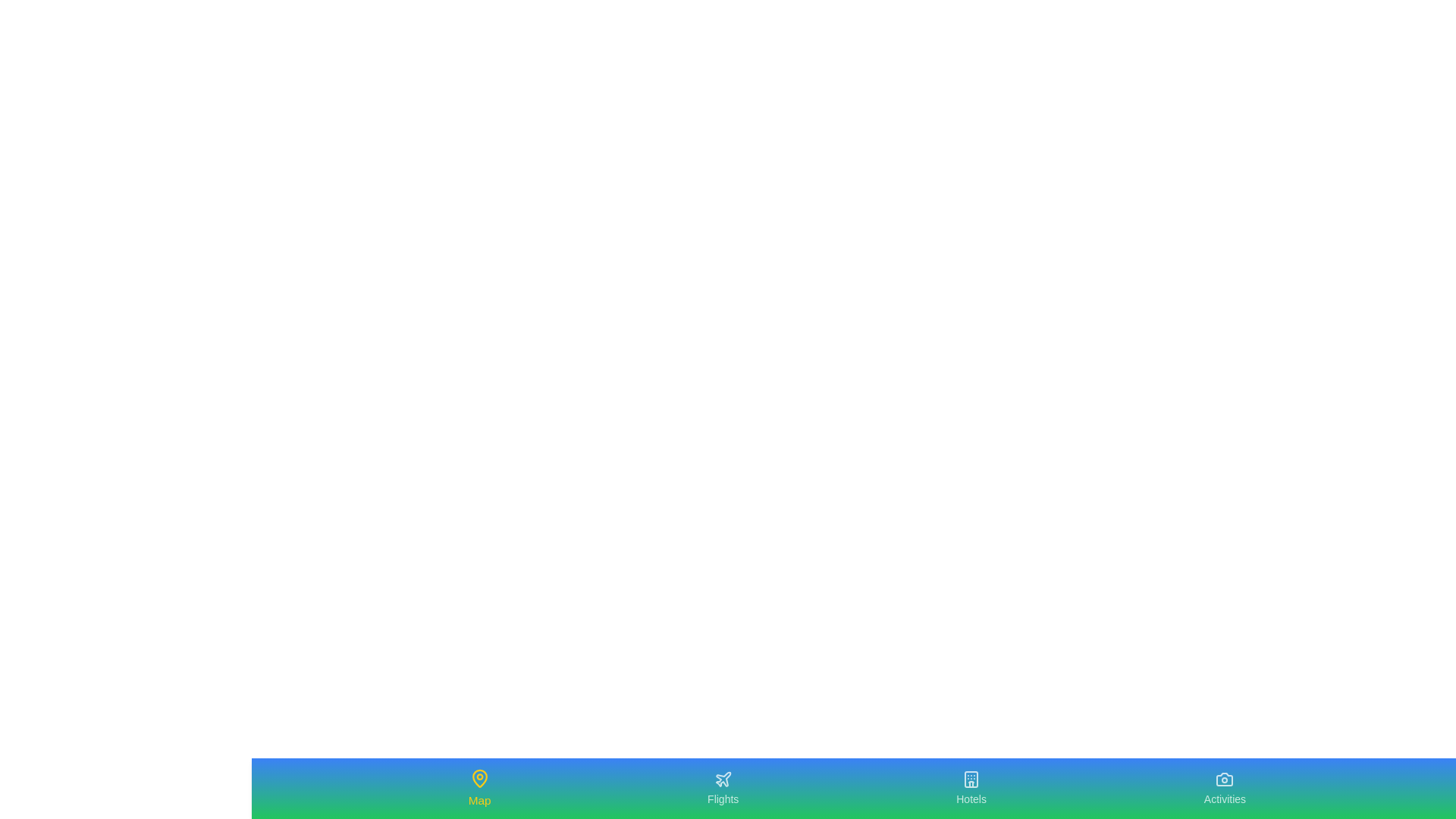 This screenshot has height=819, width=1456. What do you see at coordinates (722, 788) in the screenshot?
I see `the Flights tab to view its content` at bounding box center [722, 788].